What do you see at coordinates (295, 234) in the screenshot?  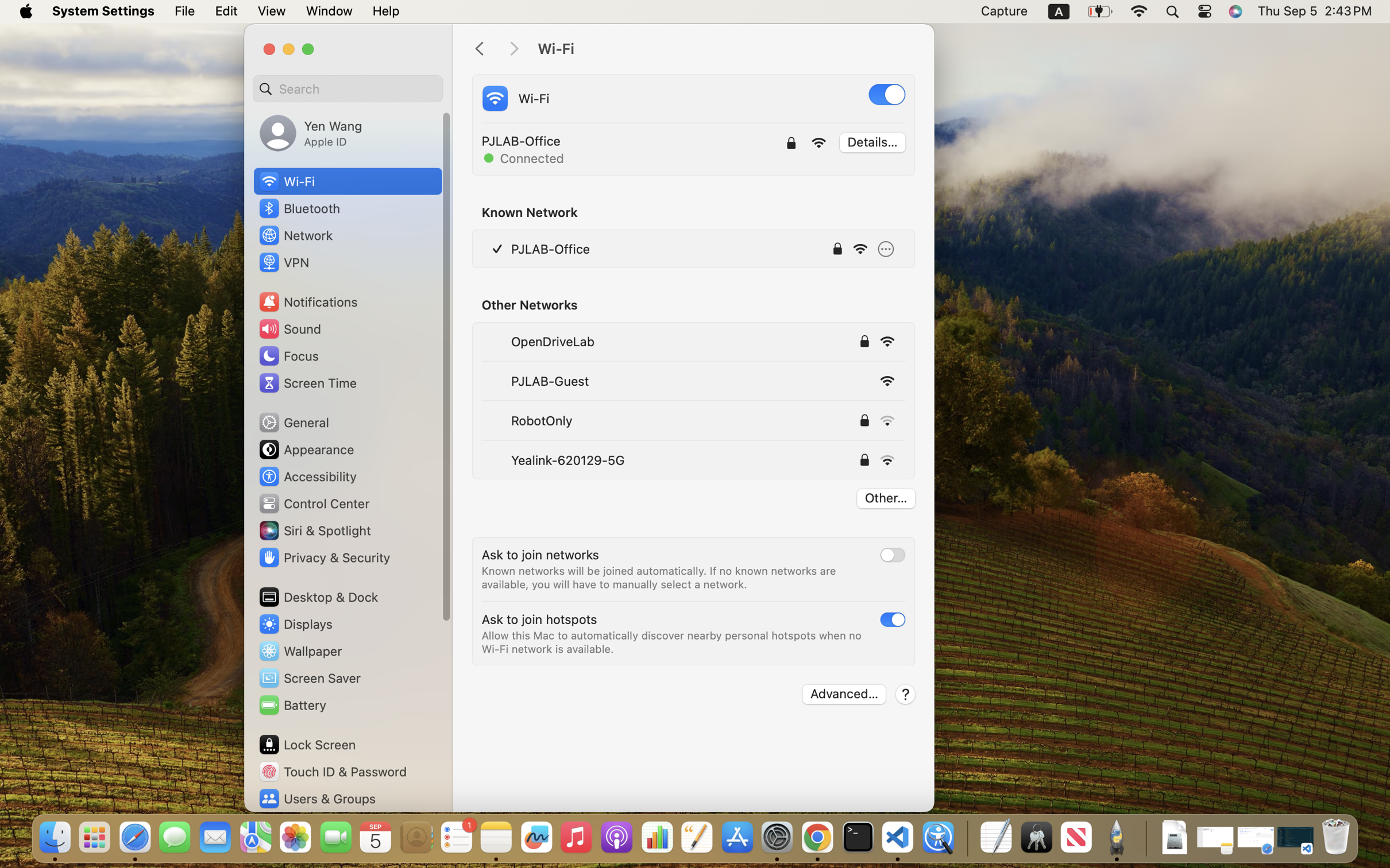 I see `'Network'` at bounding box center [295, 234].